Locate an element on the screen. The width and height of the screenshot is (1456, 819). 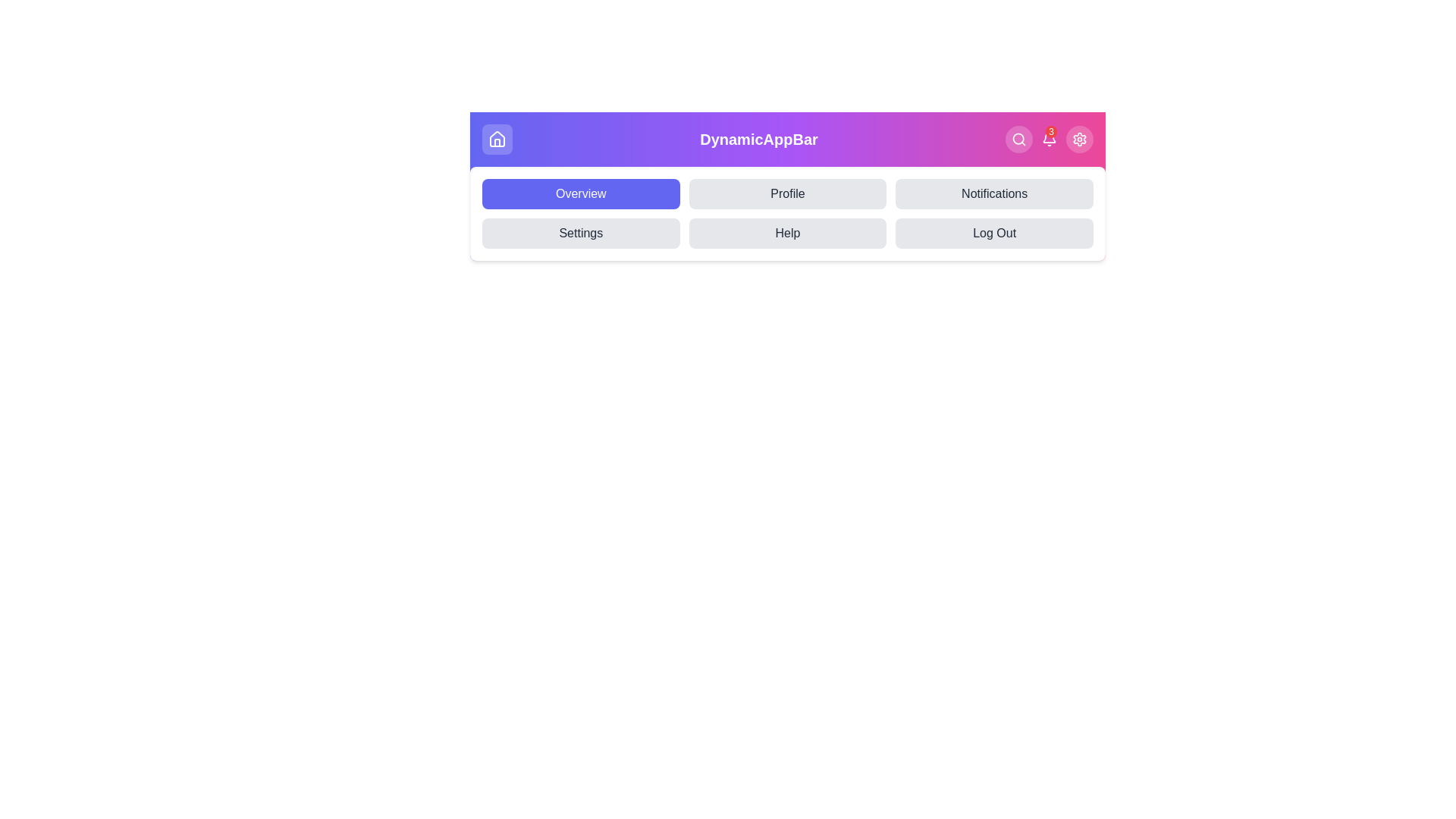
the Notifications tab in the navigation menu is located at coordinates (994, 193).